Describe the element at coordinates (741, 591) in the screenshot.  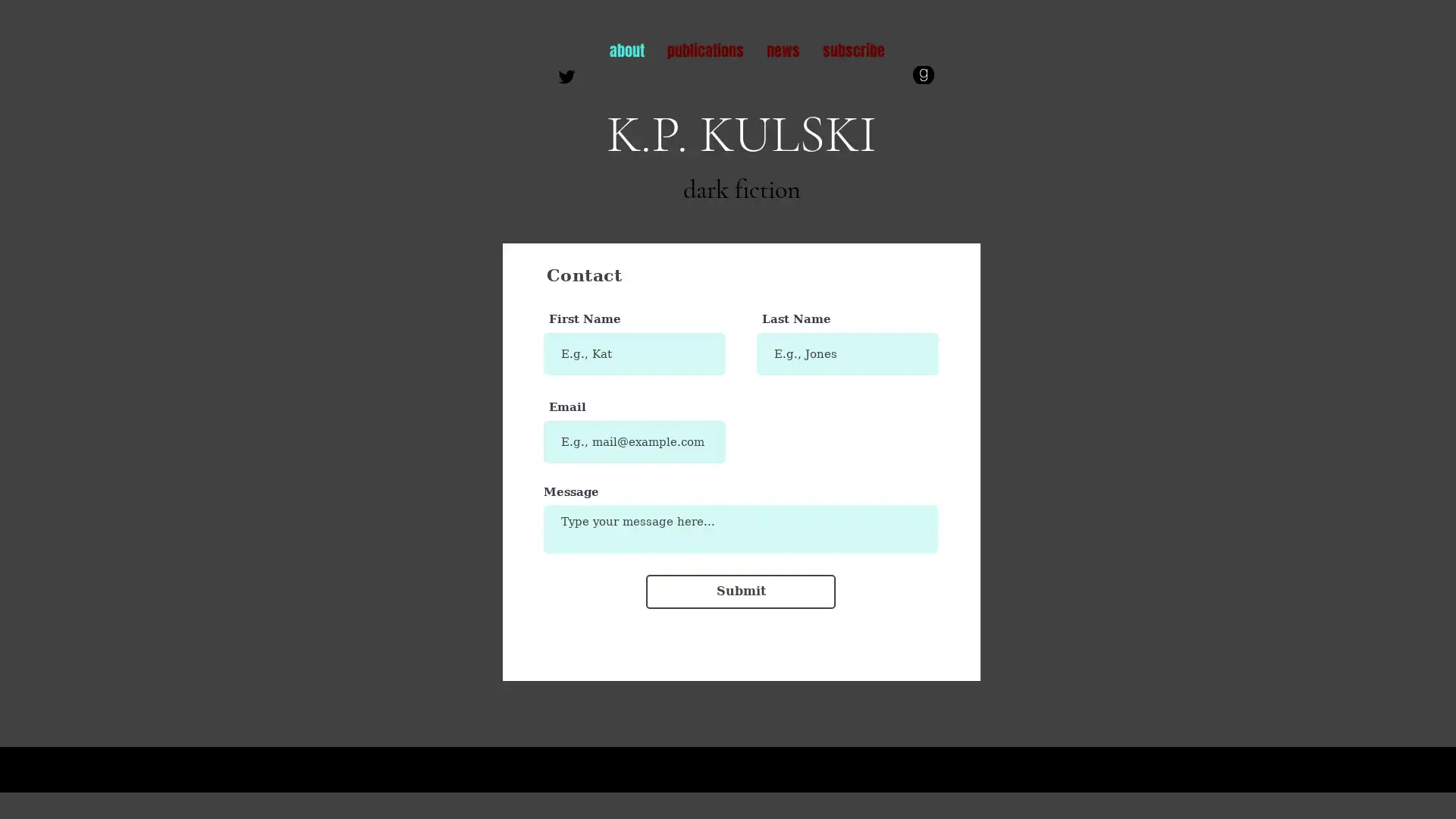
I see `Submit` at that location.